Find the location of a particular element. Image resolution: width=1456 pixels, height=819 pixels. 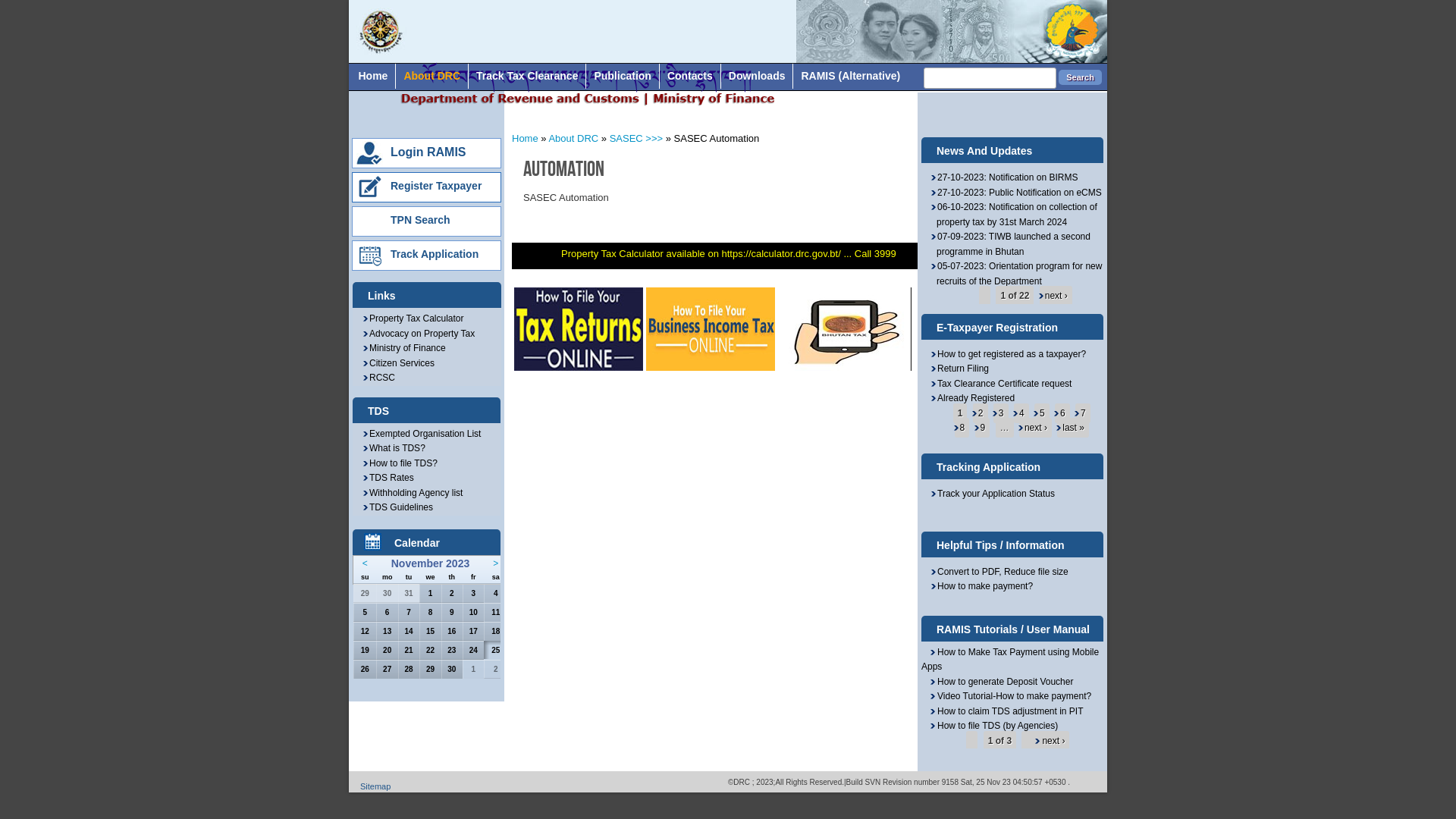

'Video Tutorial-How to make payment?' is located at coordinates (1006, 696).